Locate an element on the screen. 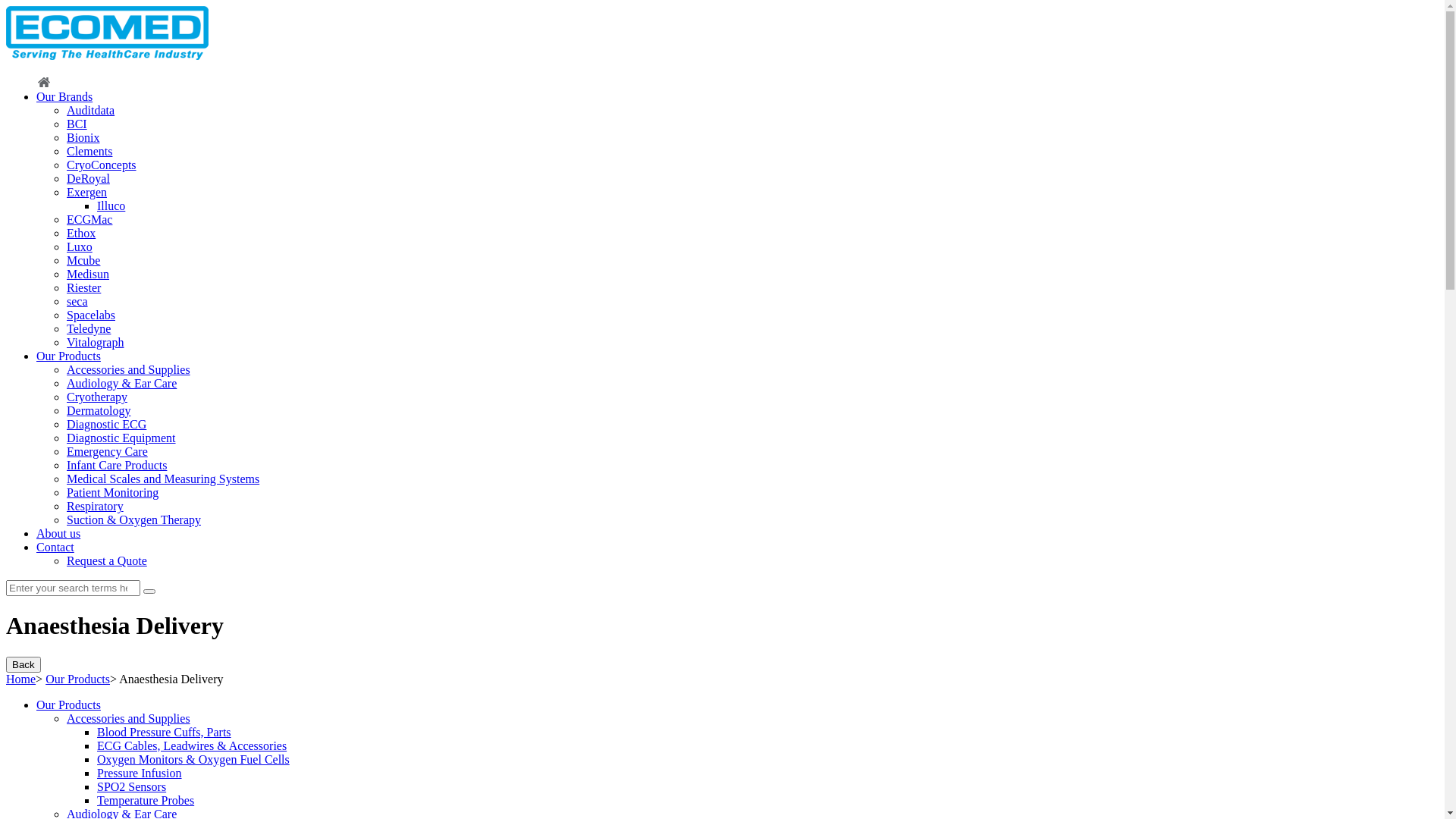  'Blood Pressure Cuffs, Parts' is located at coordinates (164, 731).